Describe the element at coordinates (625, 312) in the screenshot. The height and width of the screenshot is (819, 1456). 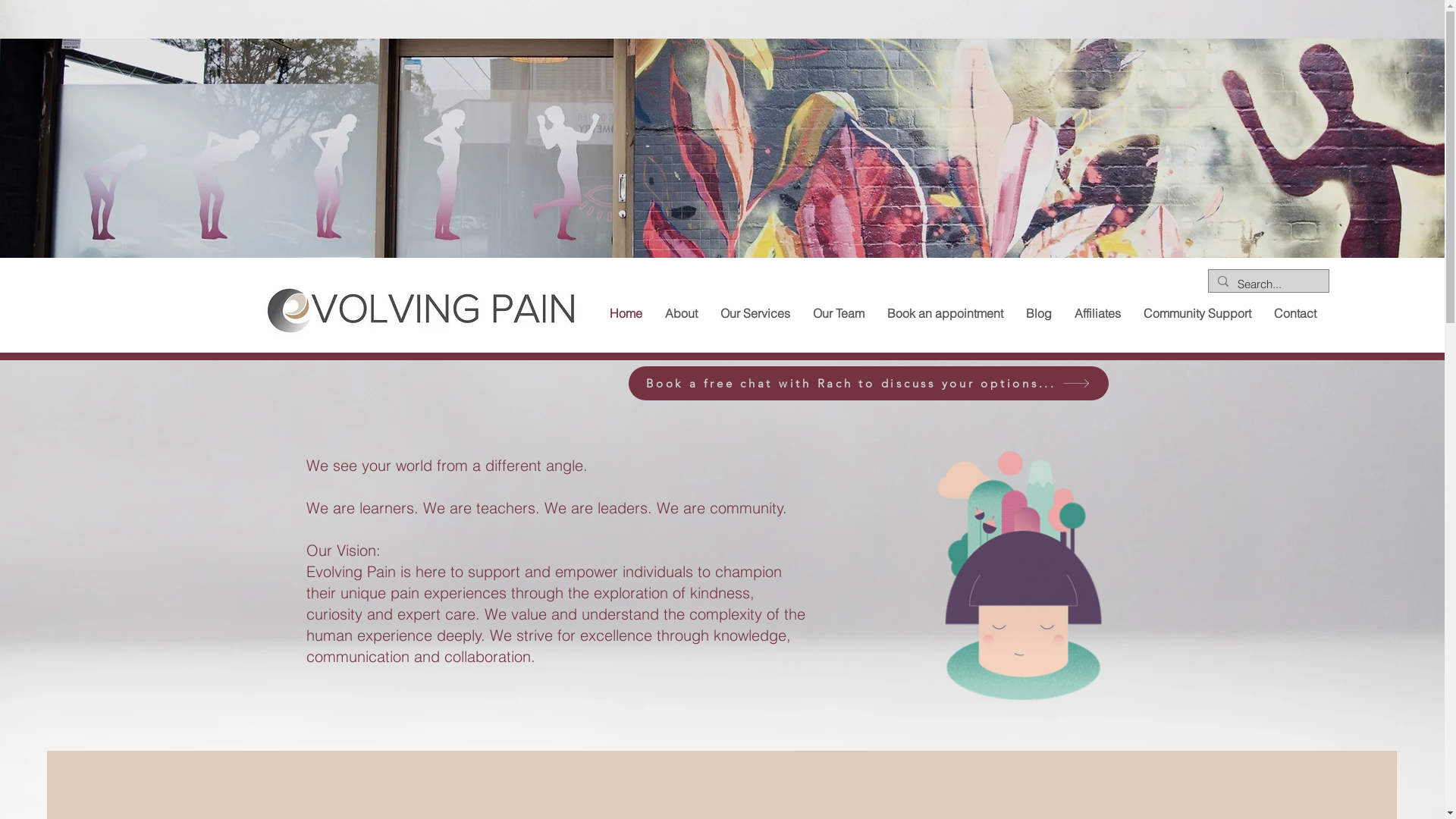
I see `'Home'` at that location.